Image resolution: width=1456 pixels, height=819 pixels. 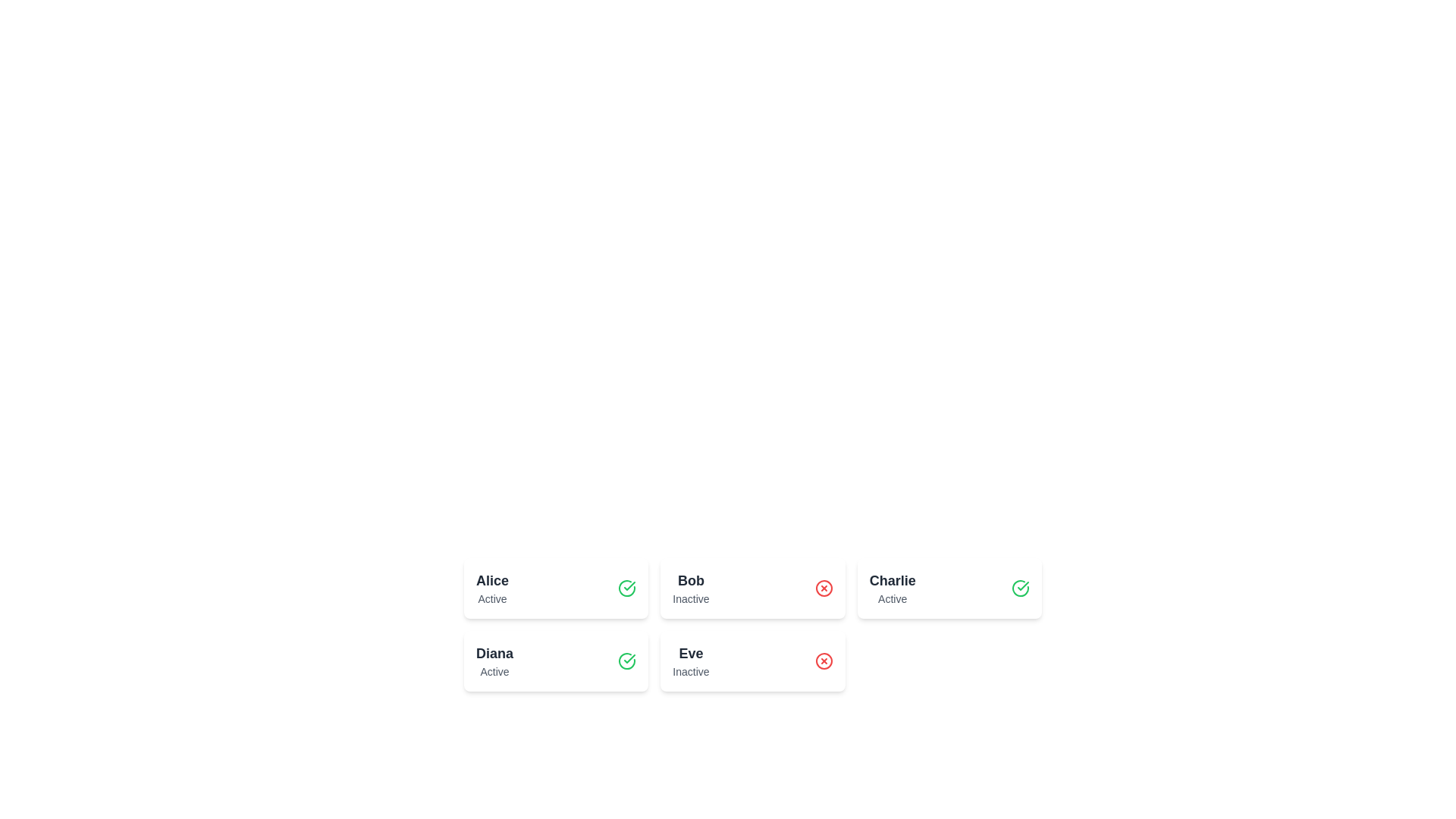 I want to click on the card displaying the user 'Charlie' with status 'Active' in the top-right area of the grid view, so click(x=893, y=587).